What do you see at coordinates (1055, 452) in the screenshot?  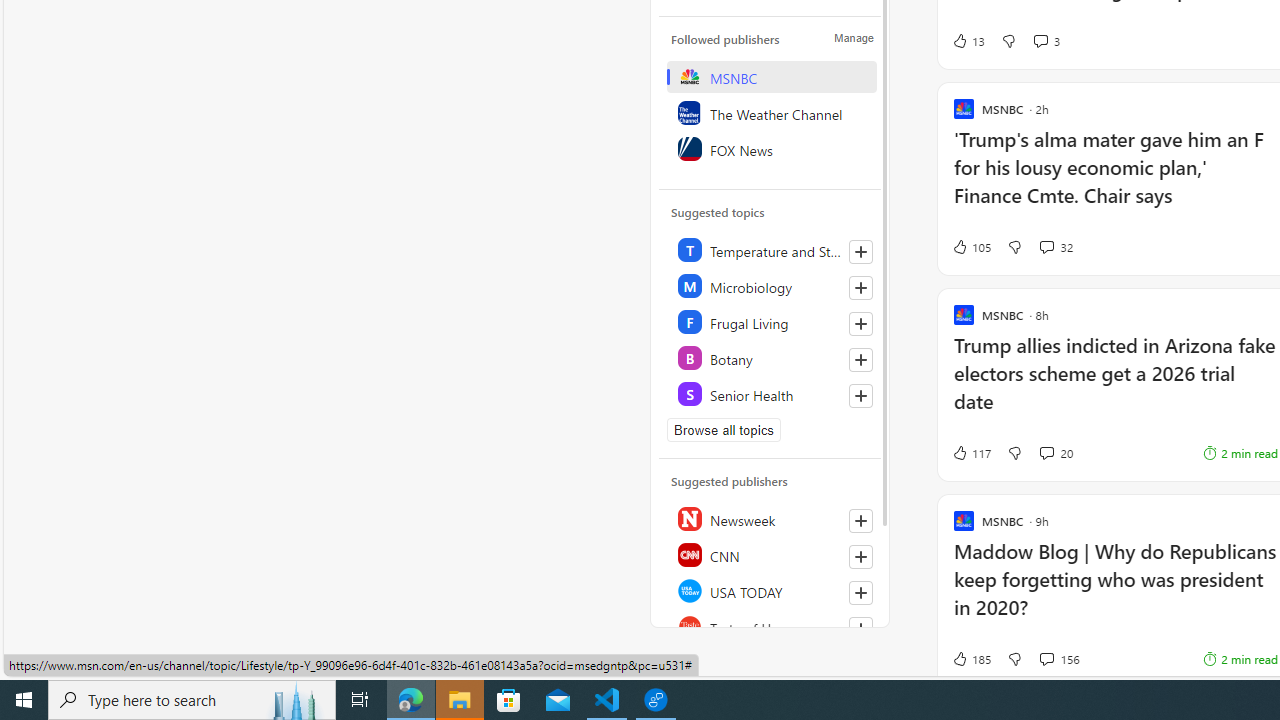 I see `'View comments 20 Comment'` at bounding box center [1055, 452].